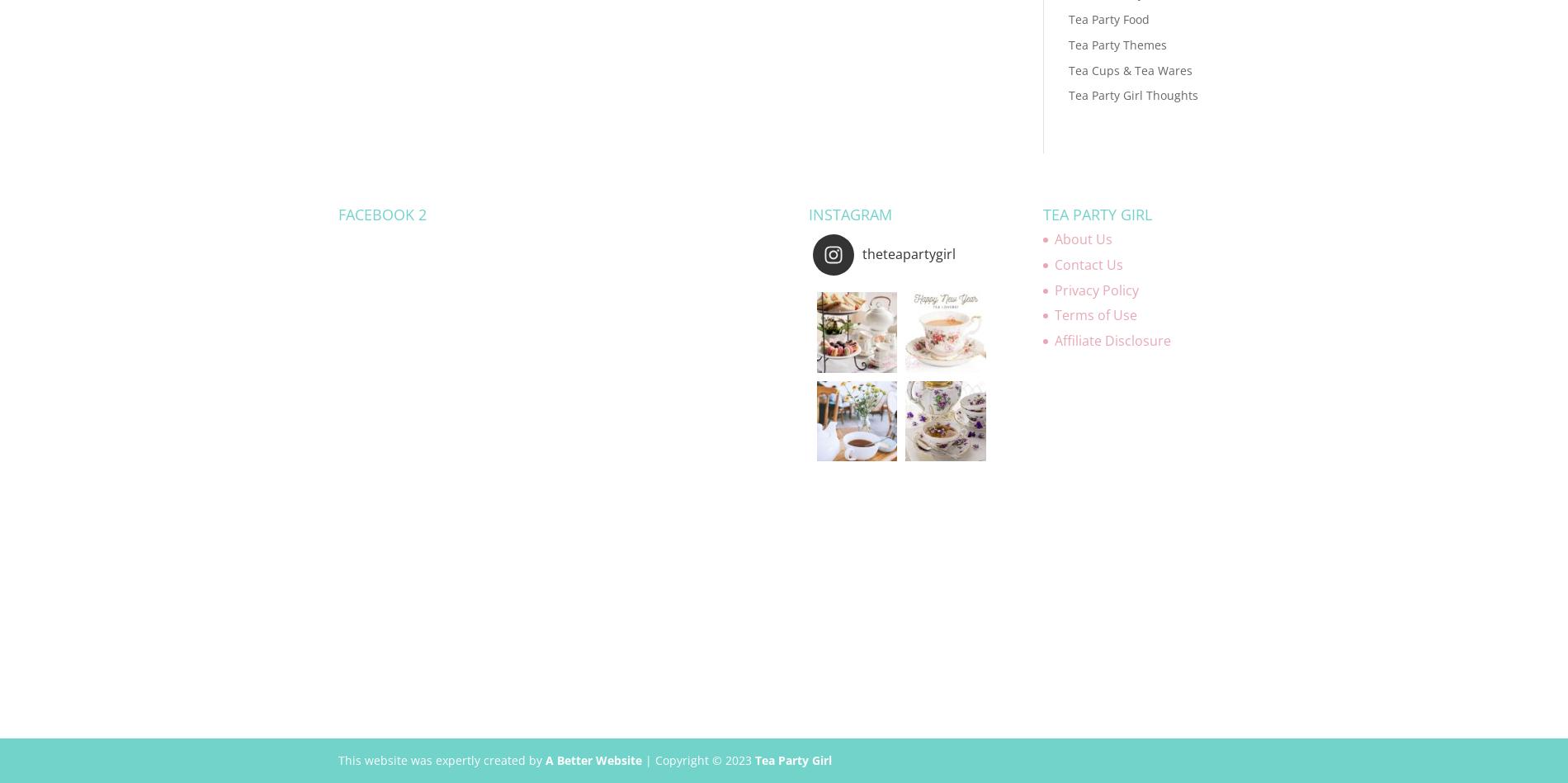  What do you see at coordinates (862, 253) in the screenshot?
I see `'theteapartygirl'` at bounding box center [862, 253].